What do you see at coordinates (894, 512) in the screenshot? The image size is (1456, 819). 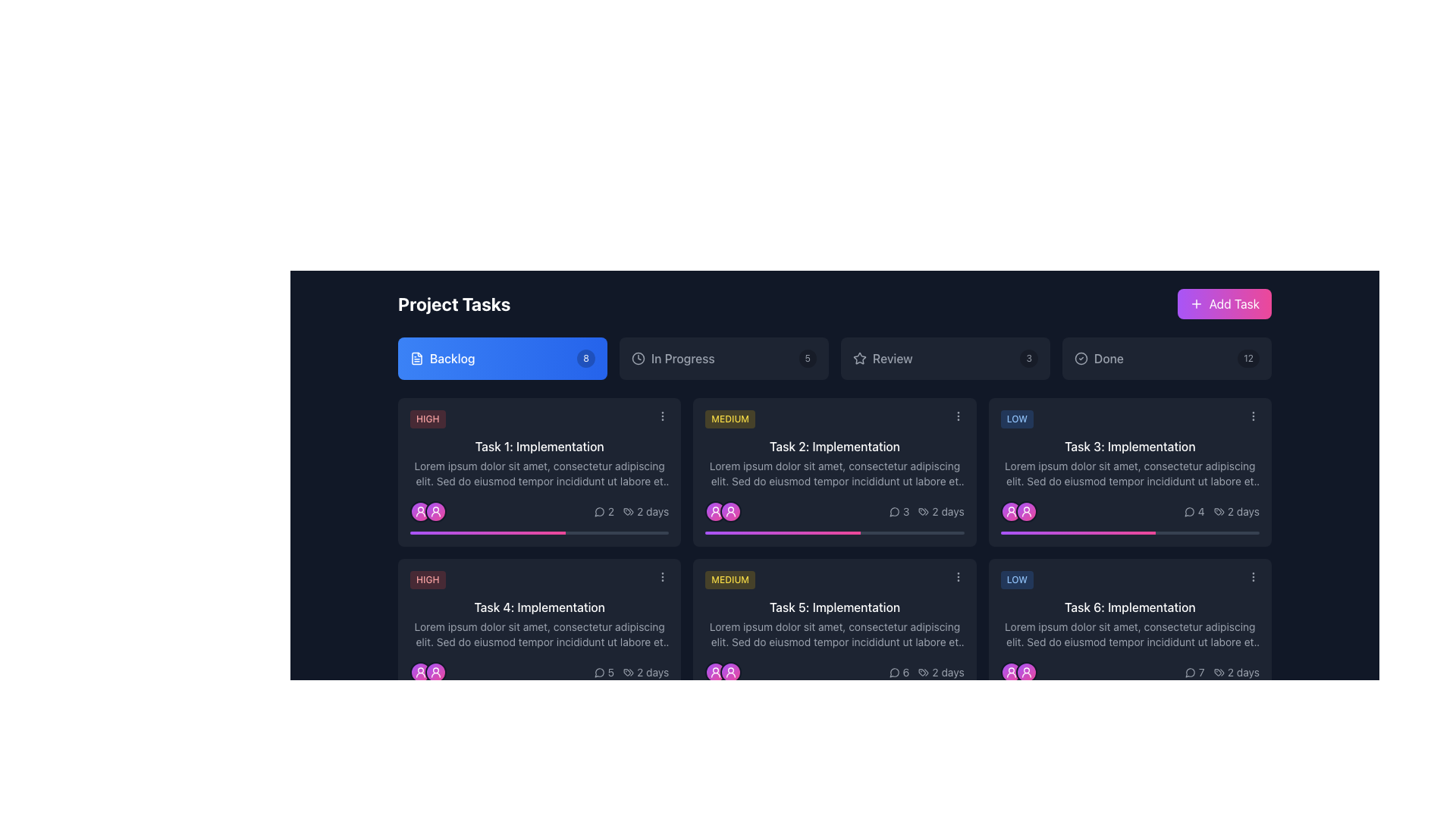 I see `the small circular speech bubble icon outlined in light tone, located inside the Task 2: Implementation card` at bounding box center [894, 512].